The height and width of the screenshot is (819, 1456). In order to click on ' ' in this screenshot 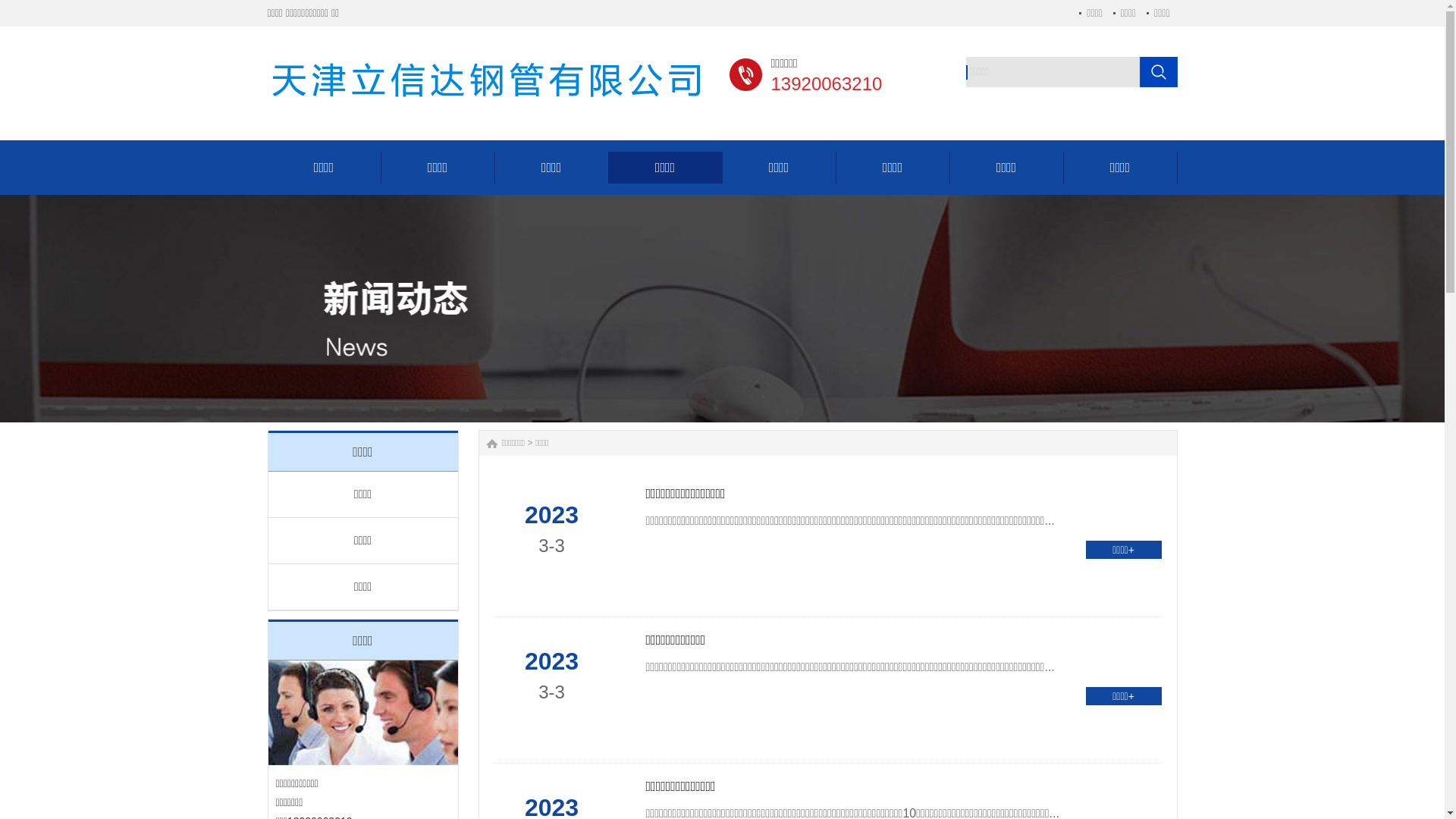, I will do `click(1158, 72)`.